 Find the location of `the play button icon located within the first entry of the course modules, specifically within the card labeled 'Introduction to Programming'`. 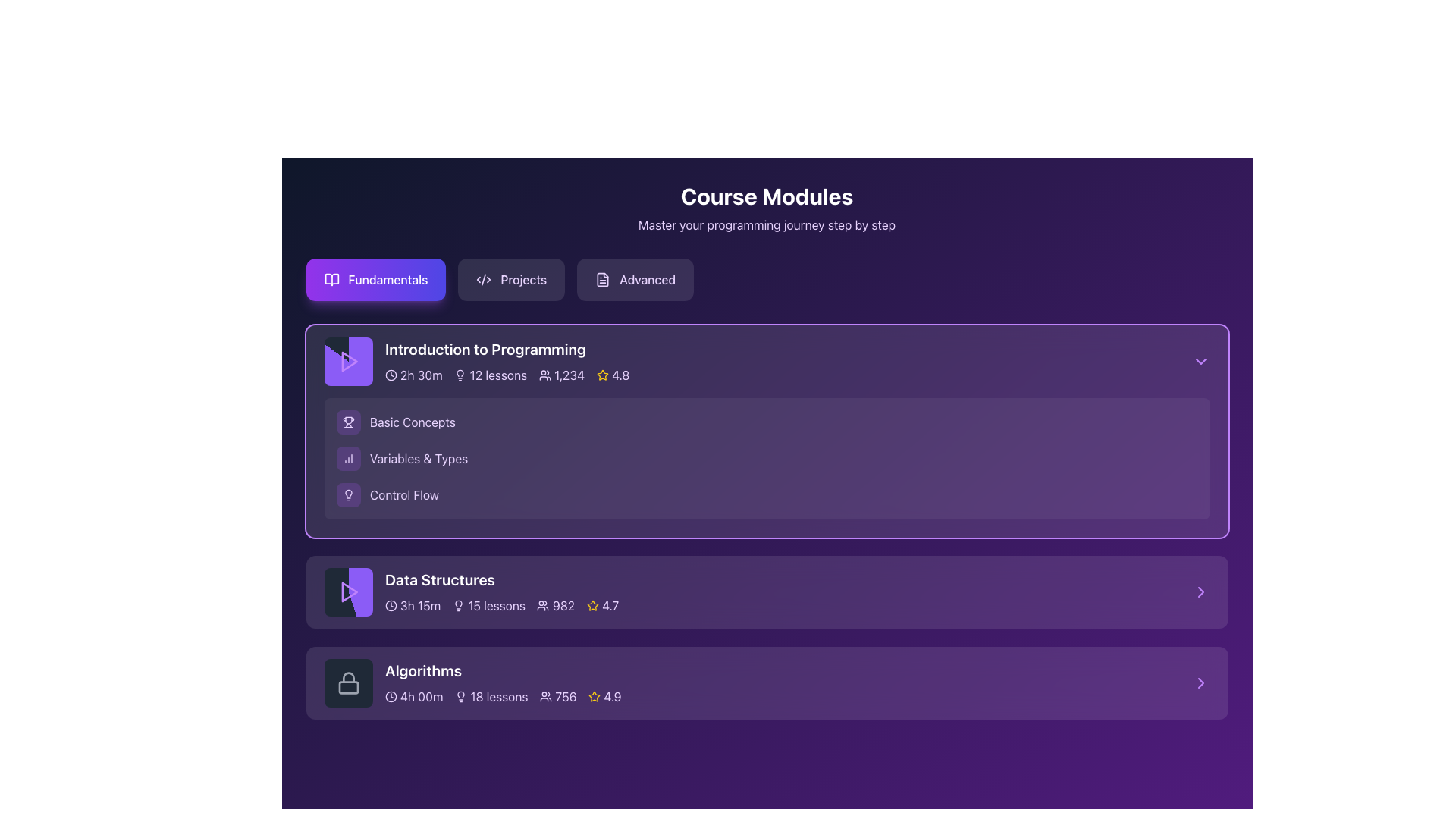

the play button icon located within the first entry of the course modules, specifically within the card labeled 'Introduction to Programming' is located at coordinates (347, 362).